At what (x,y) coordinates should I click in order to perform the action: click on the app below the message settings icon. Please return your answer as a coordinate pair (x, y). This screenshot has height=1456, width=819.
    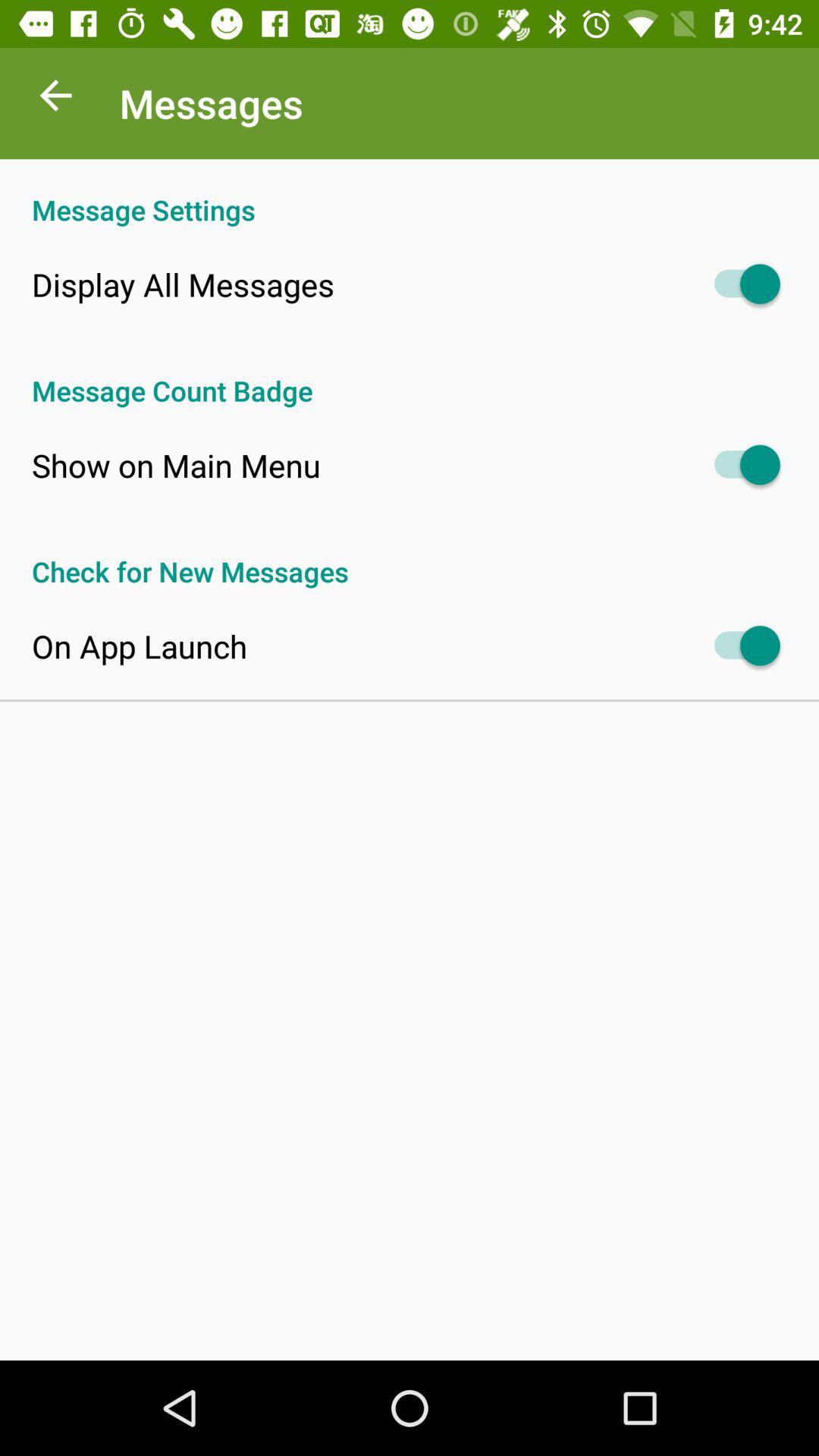
    Looking at the image, I should click on (182, 284).